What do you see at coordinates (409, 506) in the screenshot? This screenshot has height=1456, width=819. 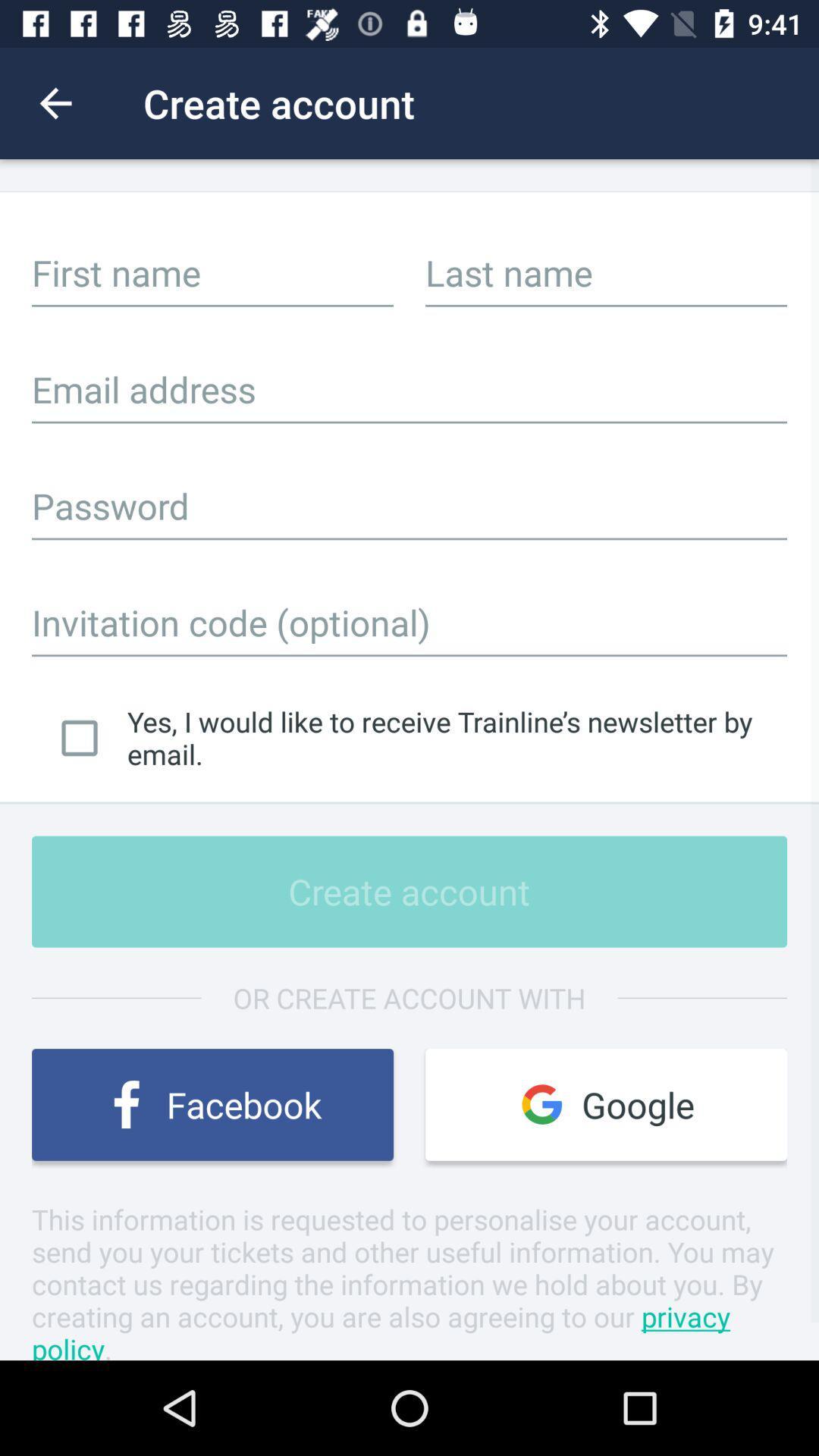 I see `password field` at bounding box center [409, 506].